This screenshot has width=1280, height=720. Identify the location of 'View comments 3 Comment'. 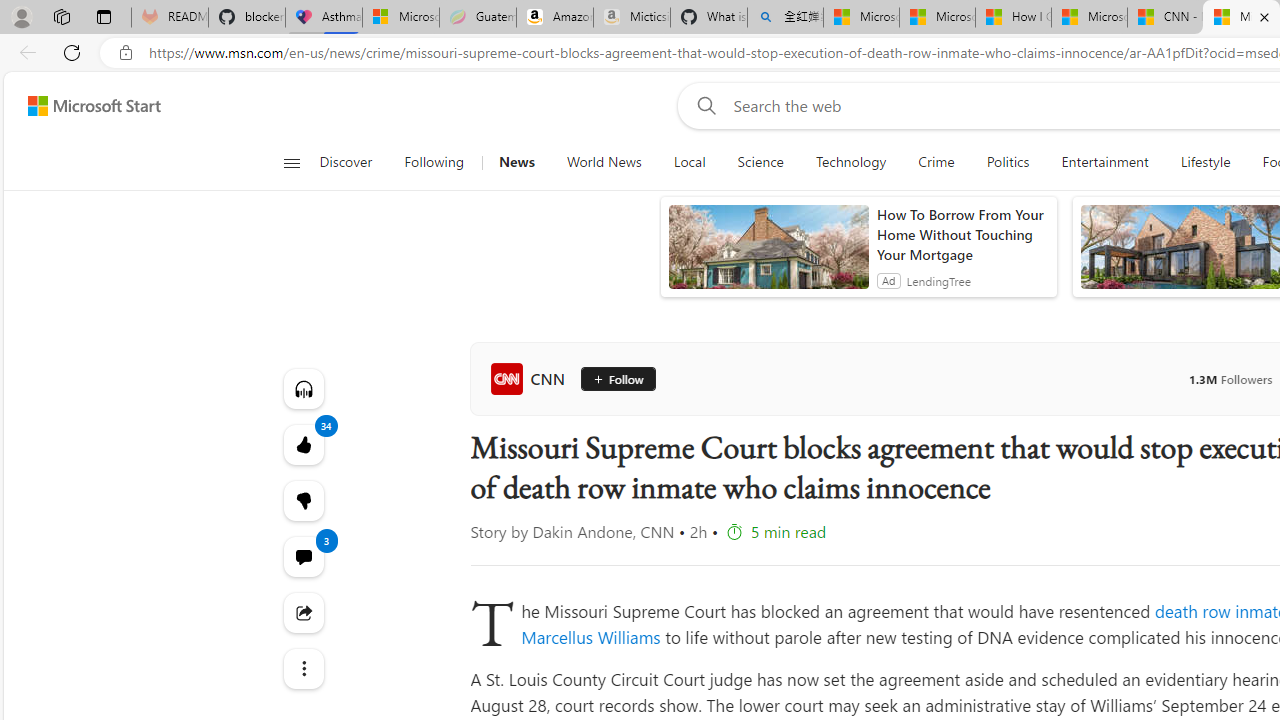
(302, 556).